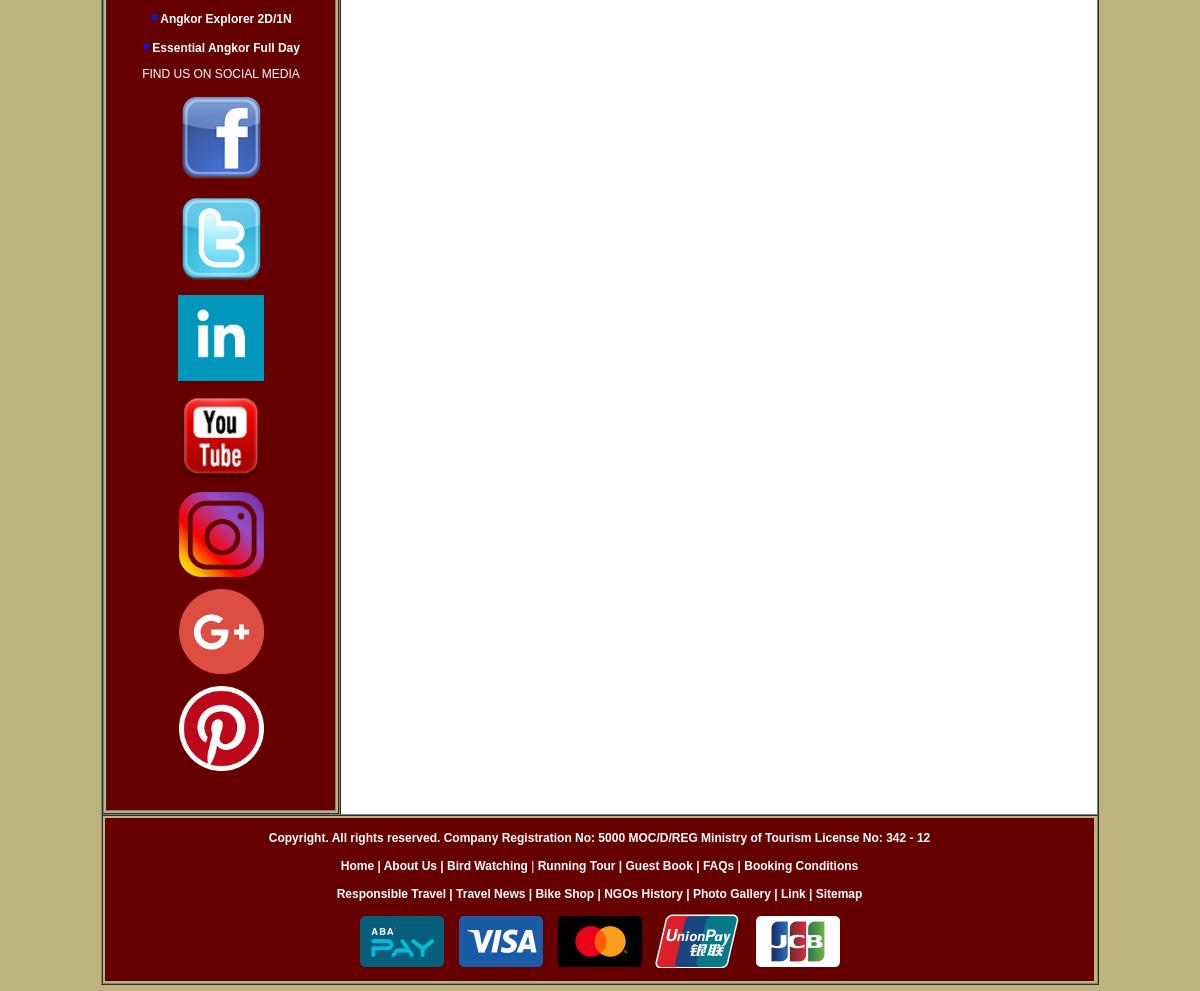 The image size is (1200, 991). Describe the element at coordinates (406, 866) in the screenshot. I see `'| About Us'` at that location.